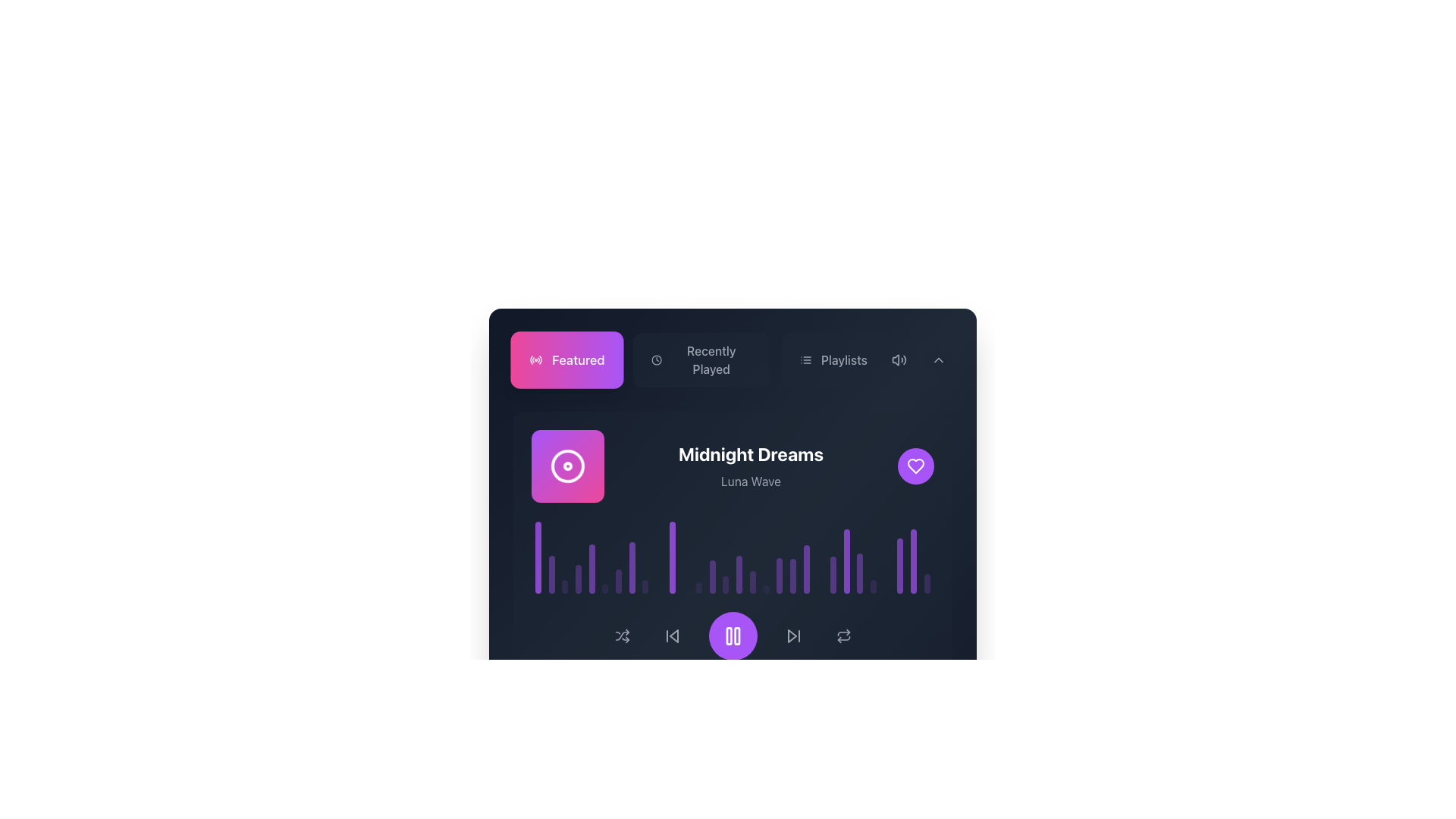 This screenshot has height=819, width=1456. Describe the element at coordinates (725, 584) in the screenshot. I see `the Visualizer Bar, which is a vertical pulsating thin rectangle with rounded ends, positioned in the lower section of the interface and aligned towards the center of similar elements` at that location.